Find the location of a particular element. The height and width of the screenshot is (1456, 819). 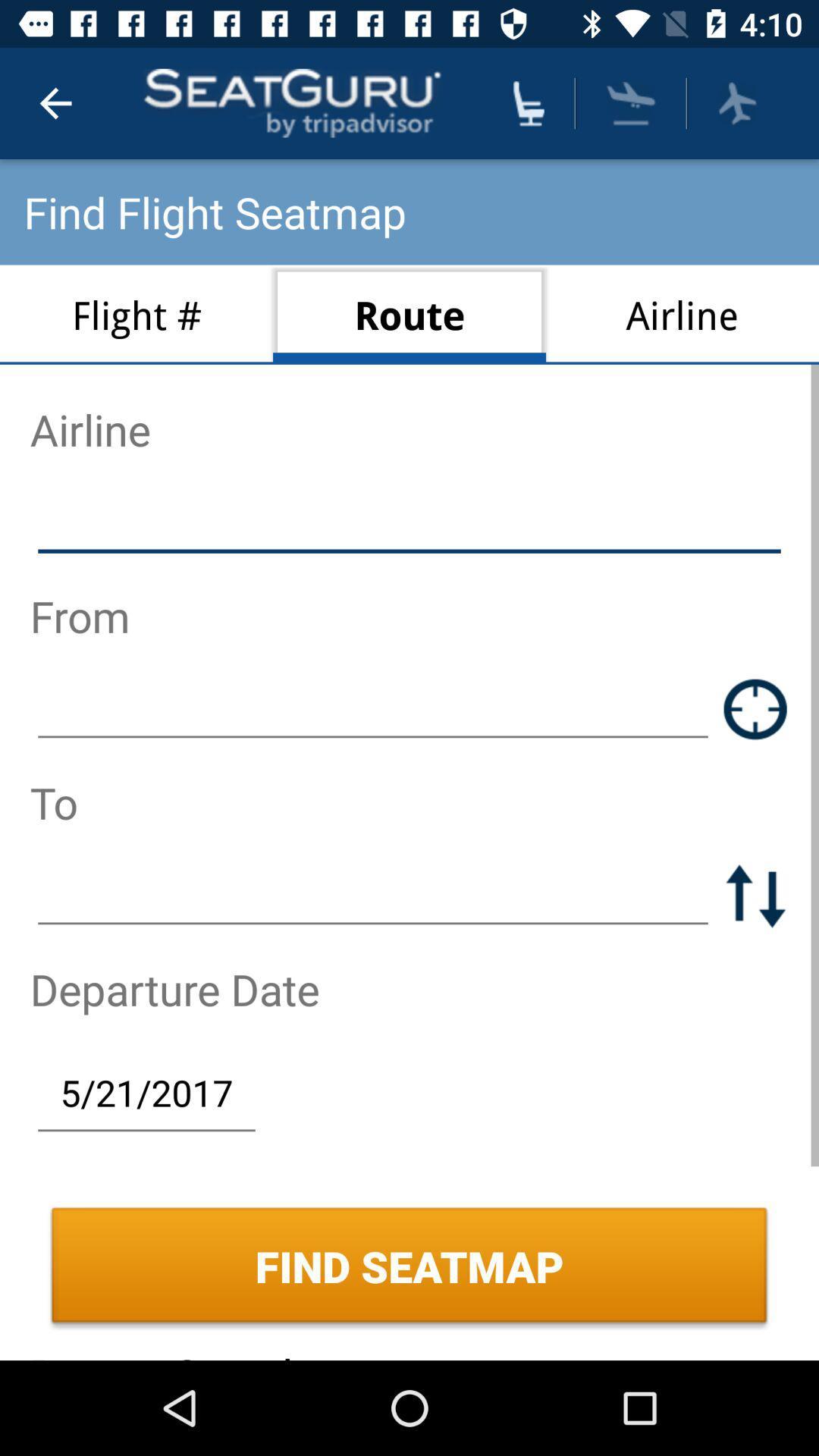

item above airline icon is located at coordinates (736, 102).